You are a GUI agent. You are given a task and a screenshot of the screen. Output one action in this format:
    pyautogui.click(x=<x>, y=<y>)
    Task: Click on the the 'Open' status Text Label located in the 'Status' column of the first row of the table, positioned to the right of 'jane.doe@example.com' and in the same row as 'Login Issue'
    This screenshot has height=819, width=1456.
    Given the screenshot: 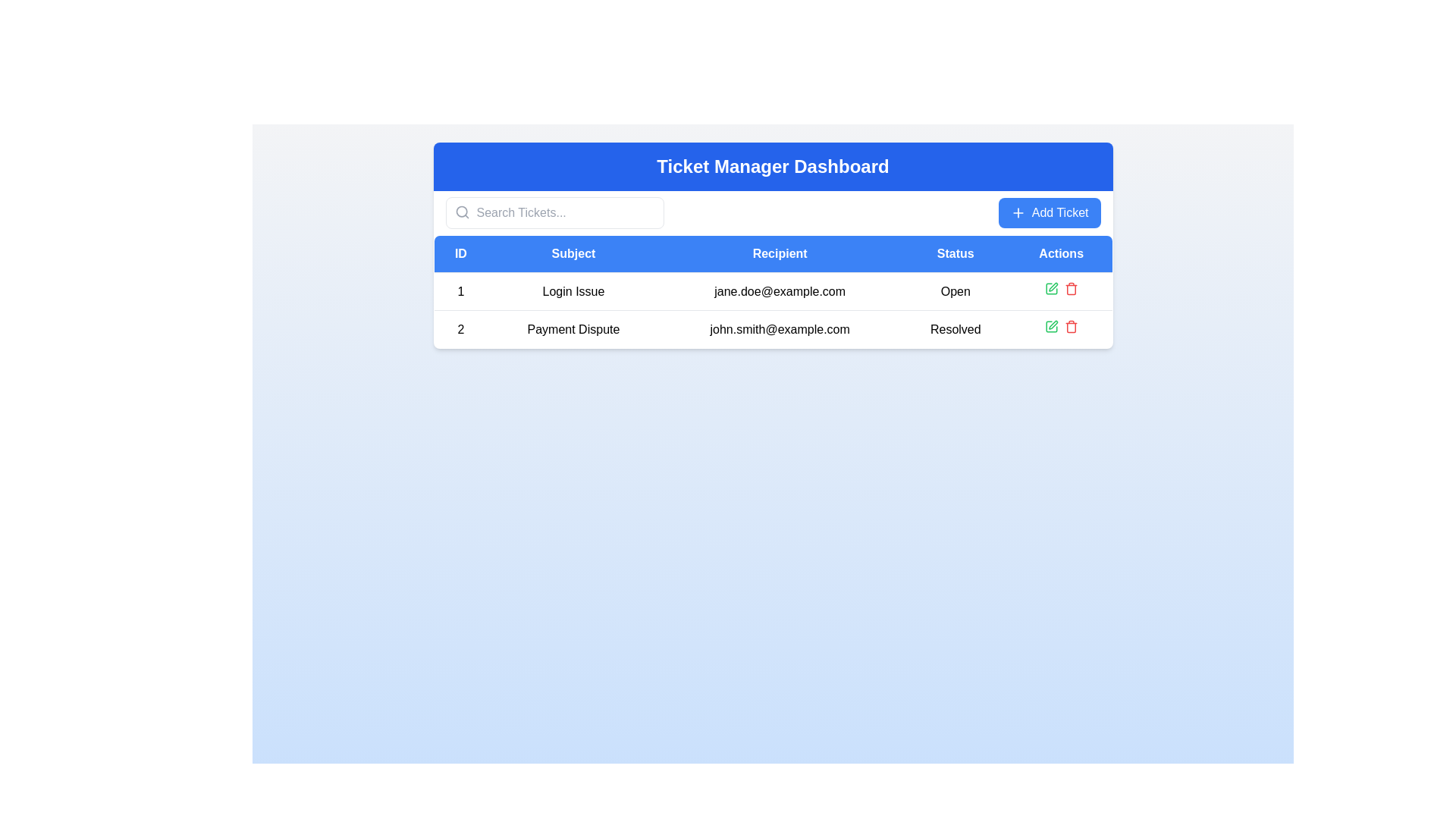 What is the action you would take?
    pyautogui.click(x=955, y=291)
    